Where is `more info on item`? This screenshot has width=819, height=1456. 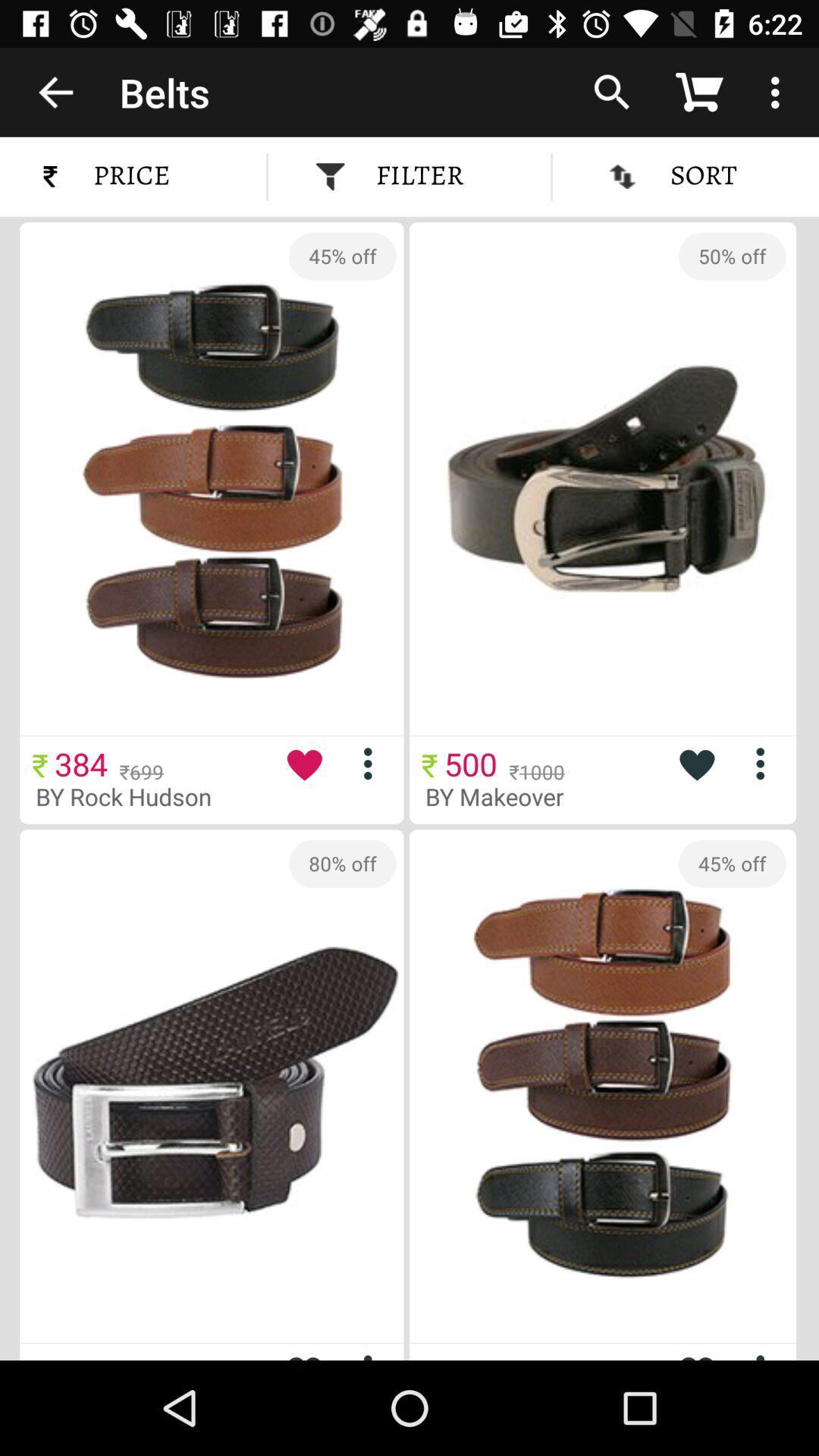 more info on item is located at coordinates (374, 1354).